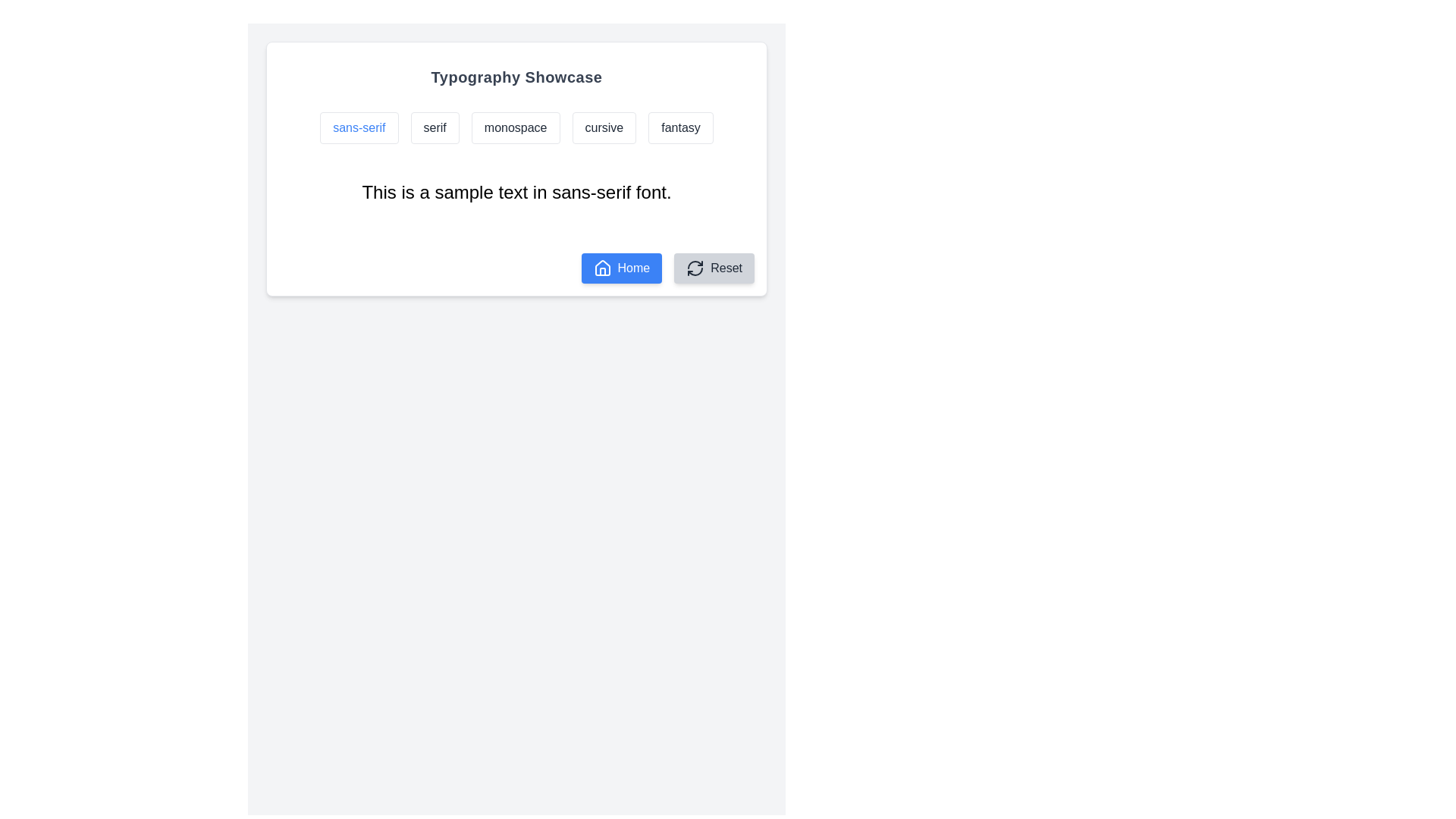  Describe the element at coordinates (434, 127) in the screenshot. I see `the 'serif' button, which is a rectangular UI element with rounded corners displaying the text 'serif' in dark gray, centrally located in the upper portion of the interface between 'sans-serif' and 'monospace'` at that location.